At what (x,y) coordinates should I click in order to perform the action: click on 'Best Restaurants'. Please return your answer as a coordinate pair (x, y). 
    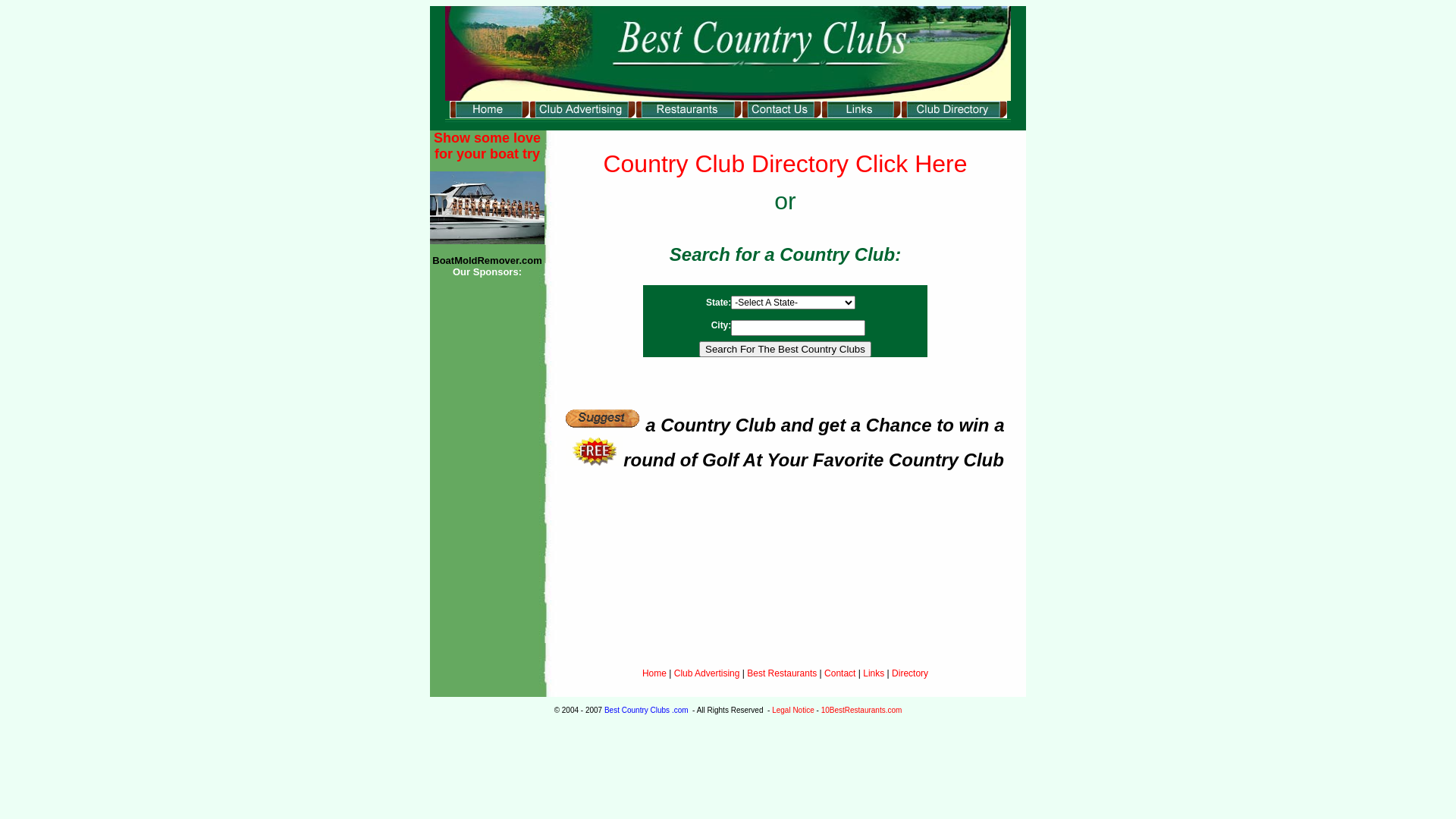
    Looking at the image, I should click on (782, 672).